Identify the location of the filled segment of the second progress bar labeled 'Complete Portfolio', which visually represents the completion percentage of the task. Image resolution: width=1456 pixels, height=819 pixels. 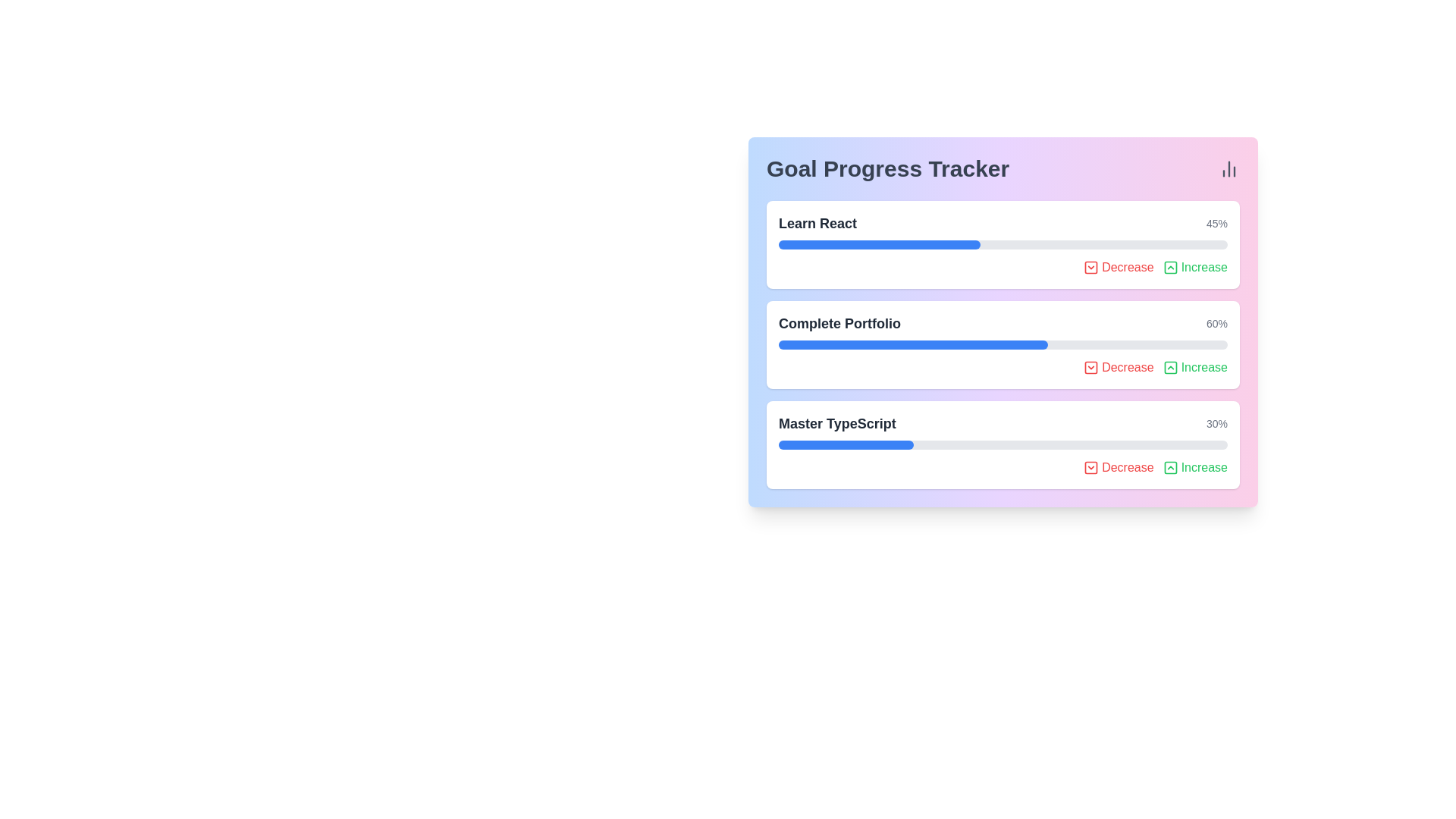
(912, 345).